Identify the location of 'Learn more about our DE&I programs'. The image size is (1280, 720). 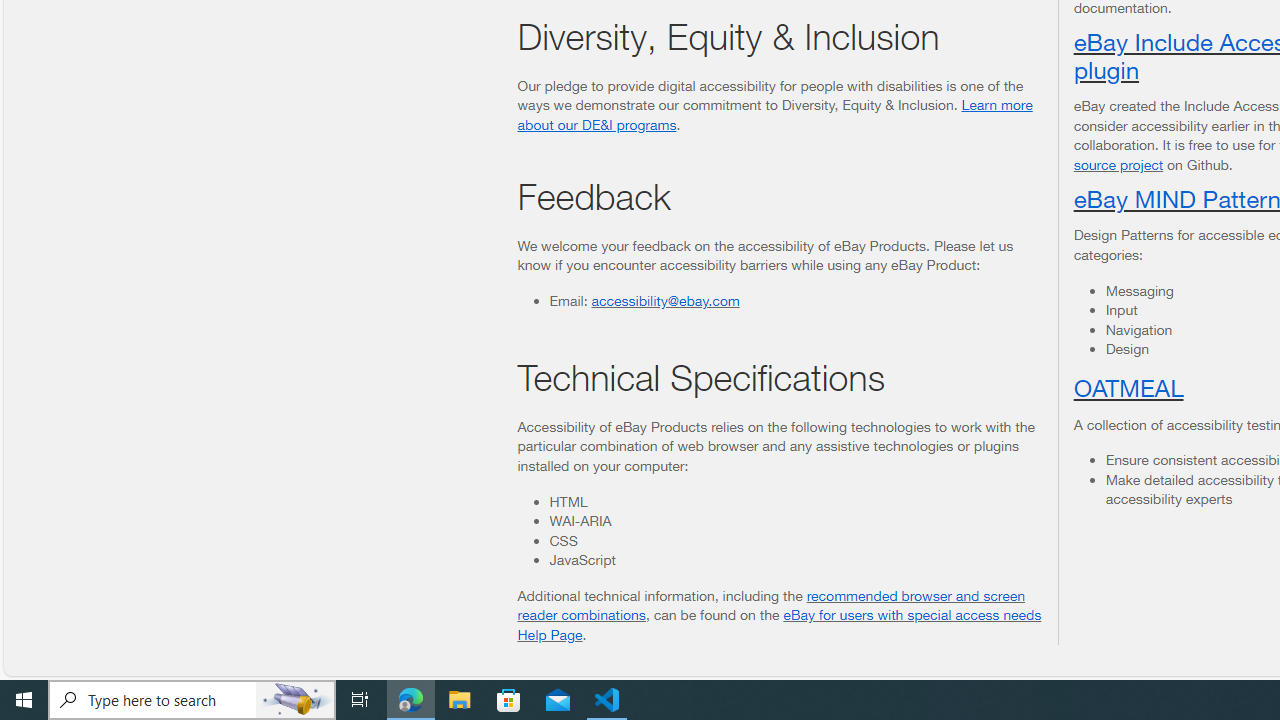
(774, 114).